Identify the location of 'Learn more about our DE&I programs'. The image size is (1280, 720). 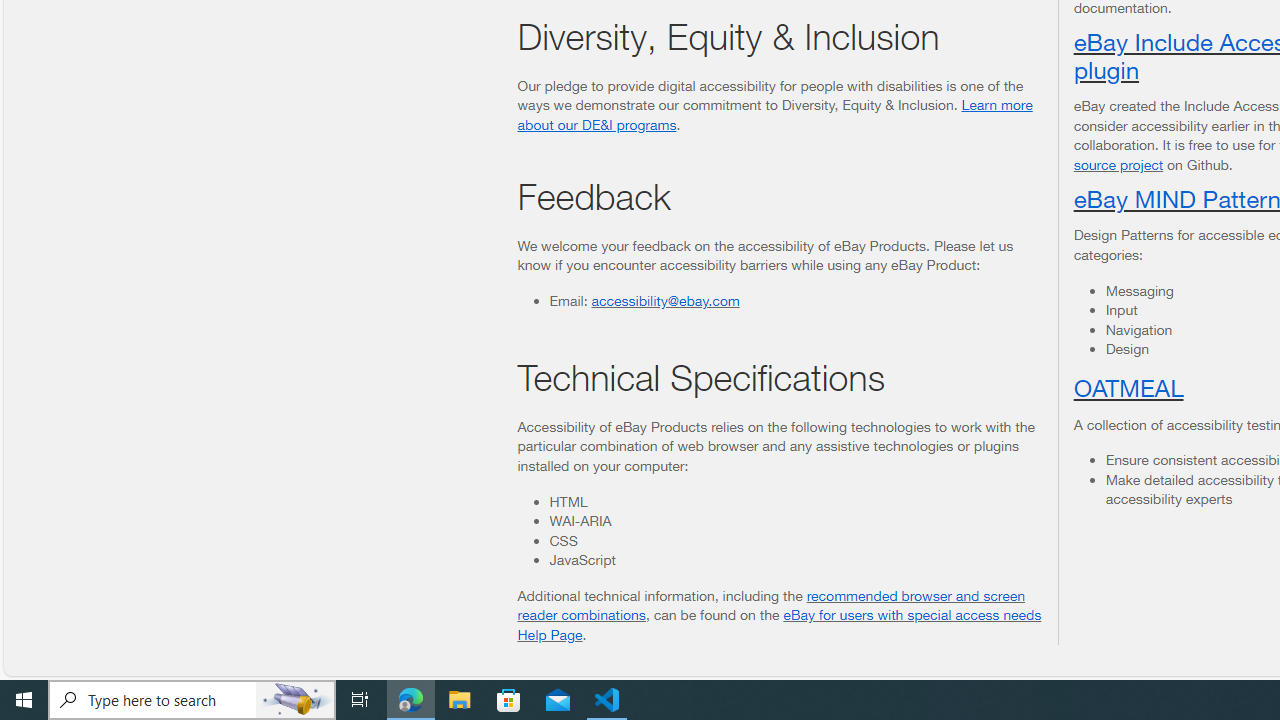
(774, 114).